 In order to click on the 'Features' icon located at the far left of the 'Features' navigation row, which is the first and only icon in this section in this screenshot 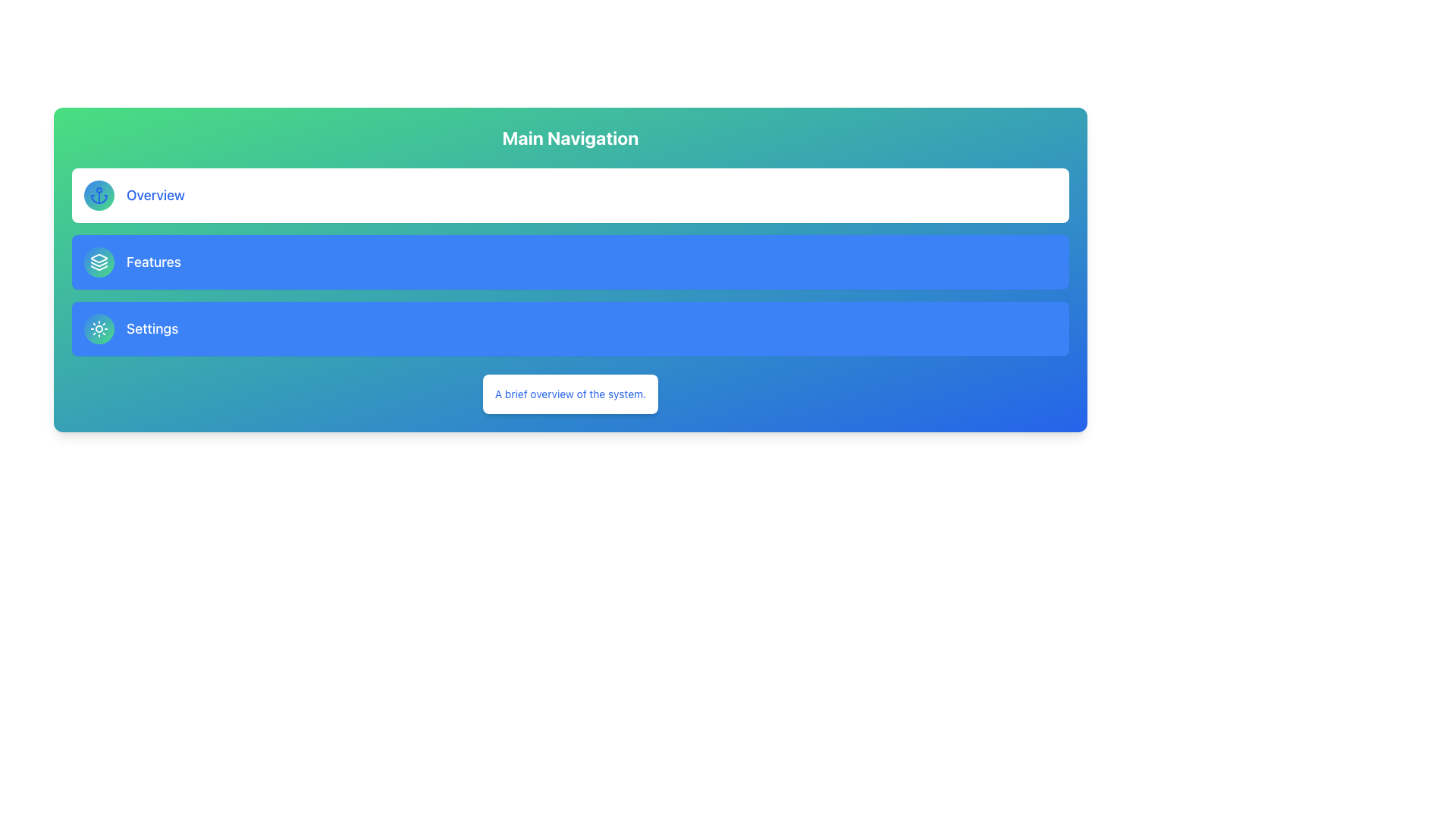, I will do `click(98, 262)`.